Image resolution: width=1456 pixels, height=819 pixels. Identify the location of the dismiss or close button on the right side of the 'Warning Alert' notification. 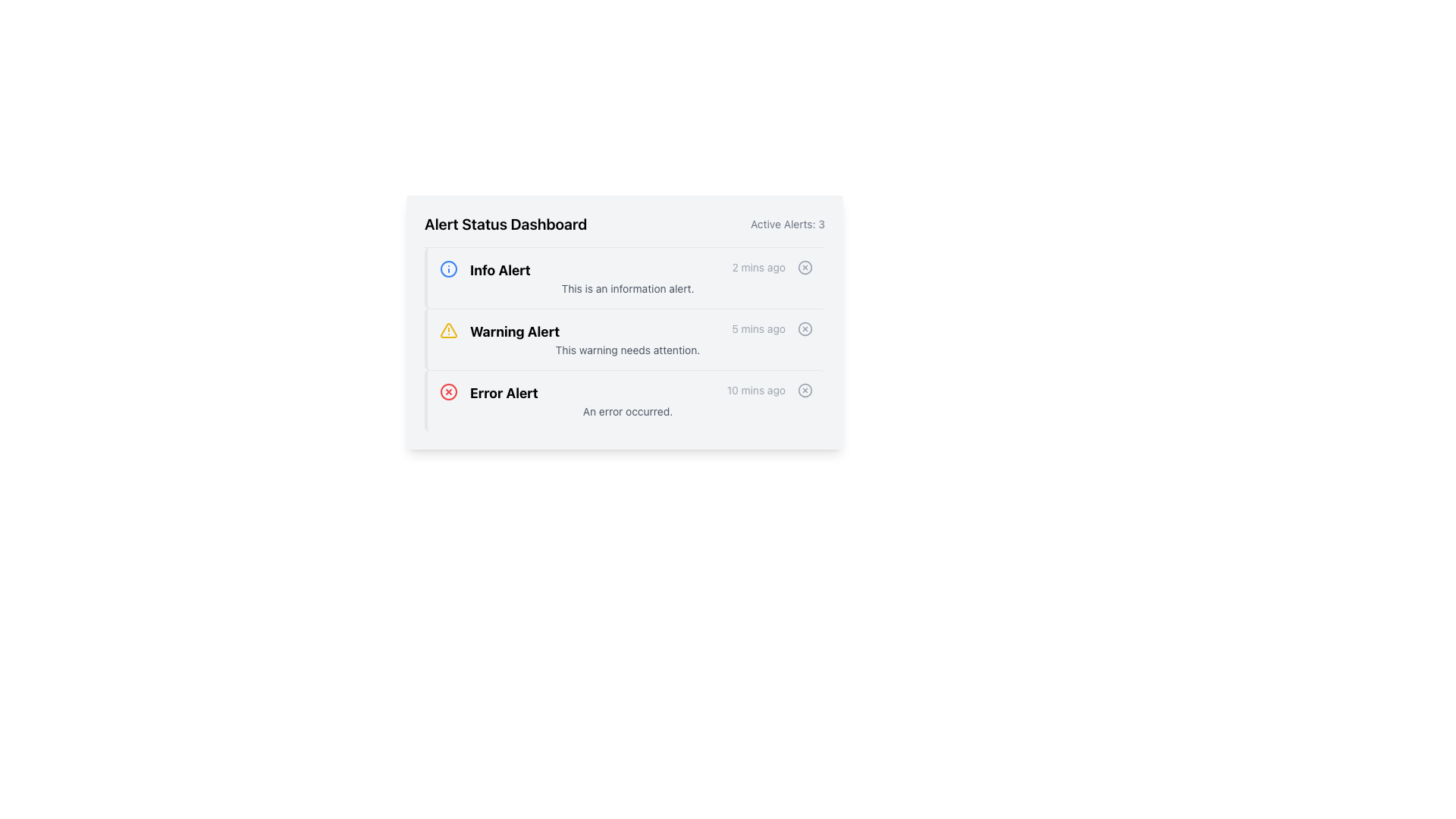
(804, 328).